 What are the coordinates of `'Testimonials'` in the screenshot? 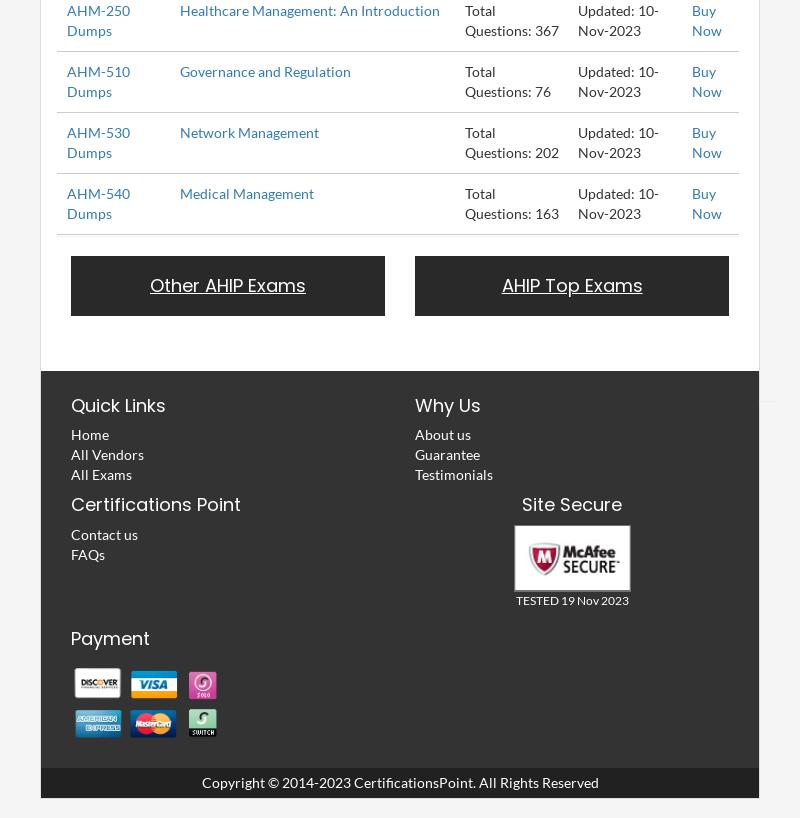 It's located at (453, 473).